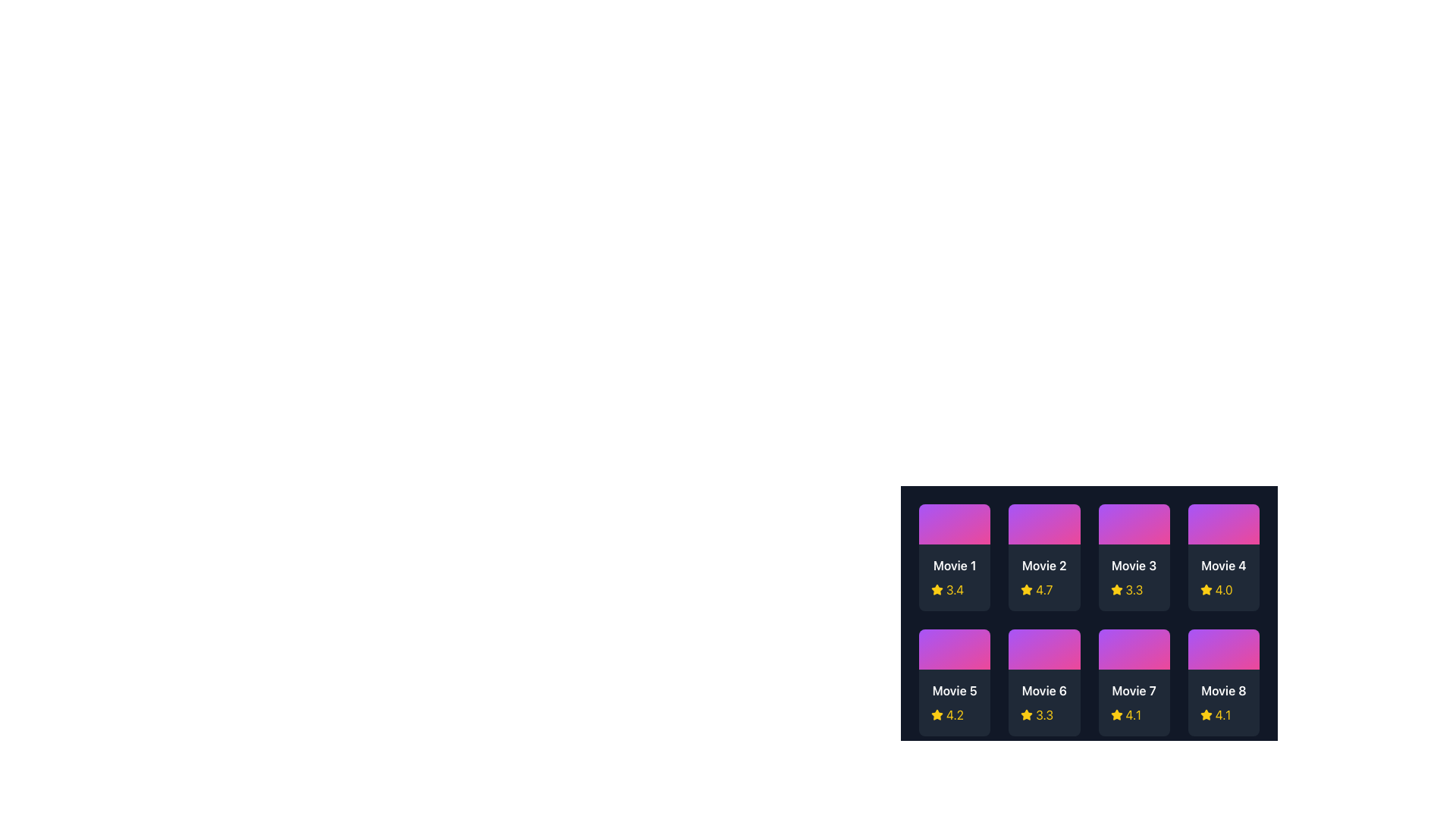 This screenshot has width=1456, height=819. Describe the element at coordinates (1043, 557) in the screenshot. I see `the second movie card in the grid layout` at that location.